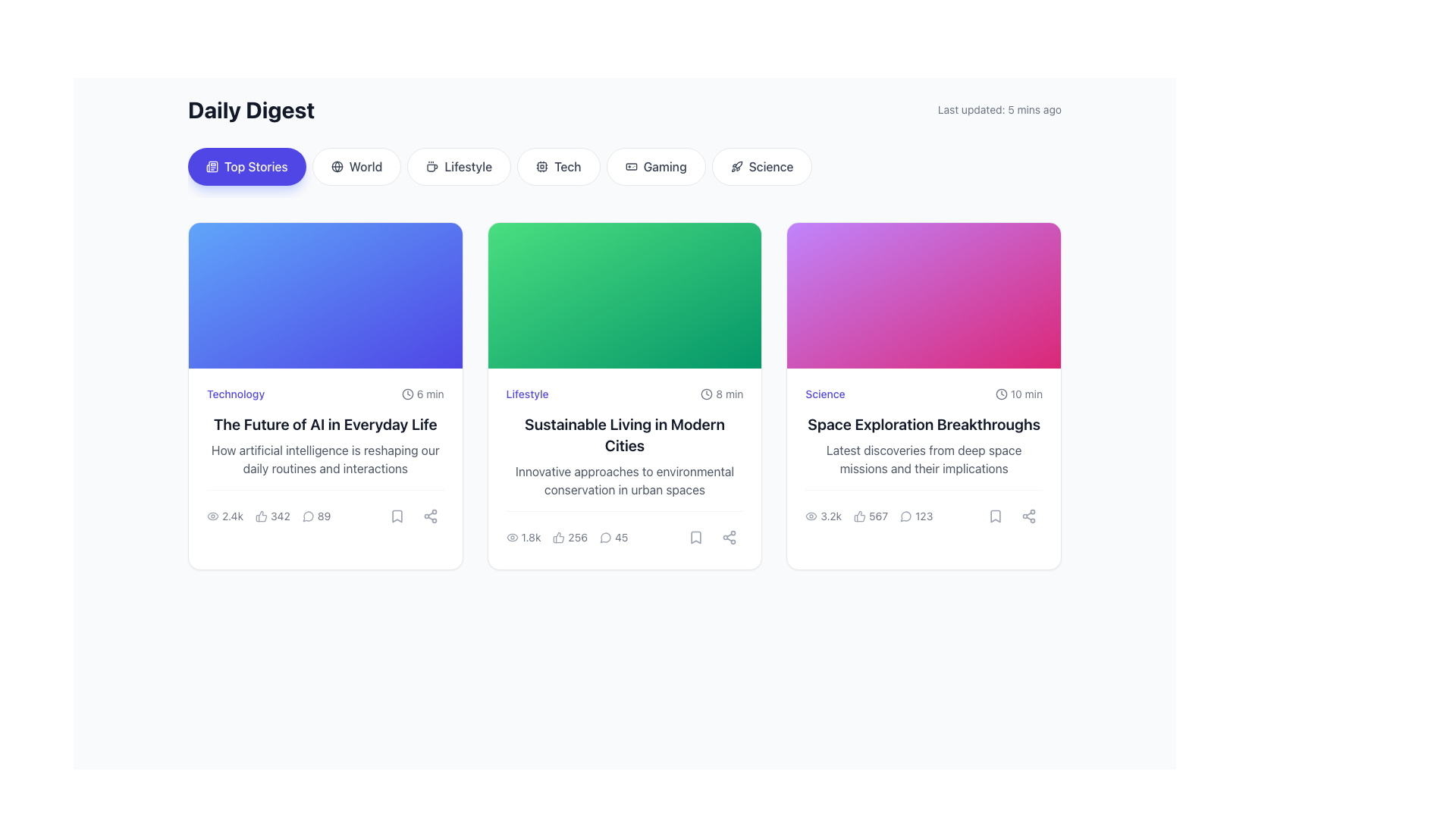 The height and width of the screenshot is (819, 1456). Describe the element at coordinates (458, 166) in the screenshot. I see `the 'Lifestyle' button, which is a pill-shaped button with a coffee cup icon, to filter content` at that location.